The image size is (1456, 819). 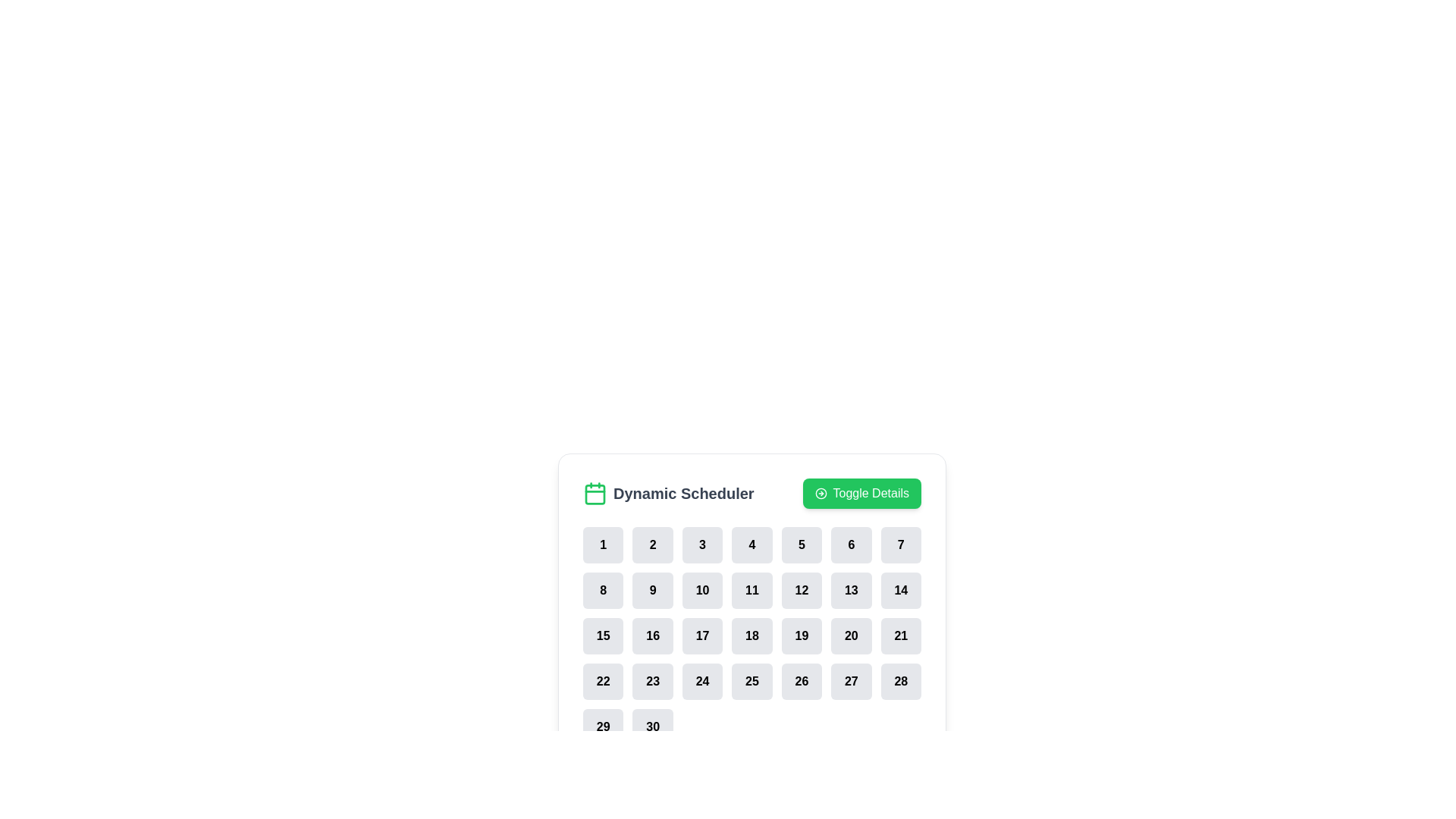 What do you see at coordinates (595, 494) in the screenshot?
I see `the calendar icon with a green border and white background located next to the text 'Dynamic Scheduler'` at bounding box center [595, 494].